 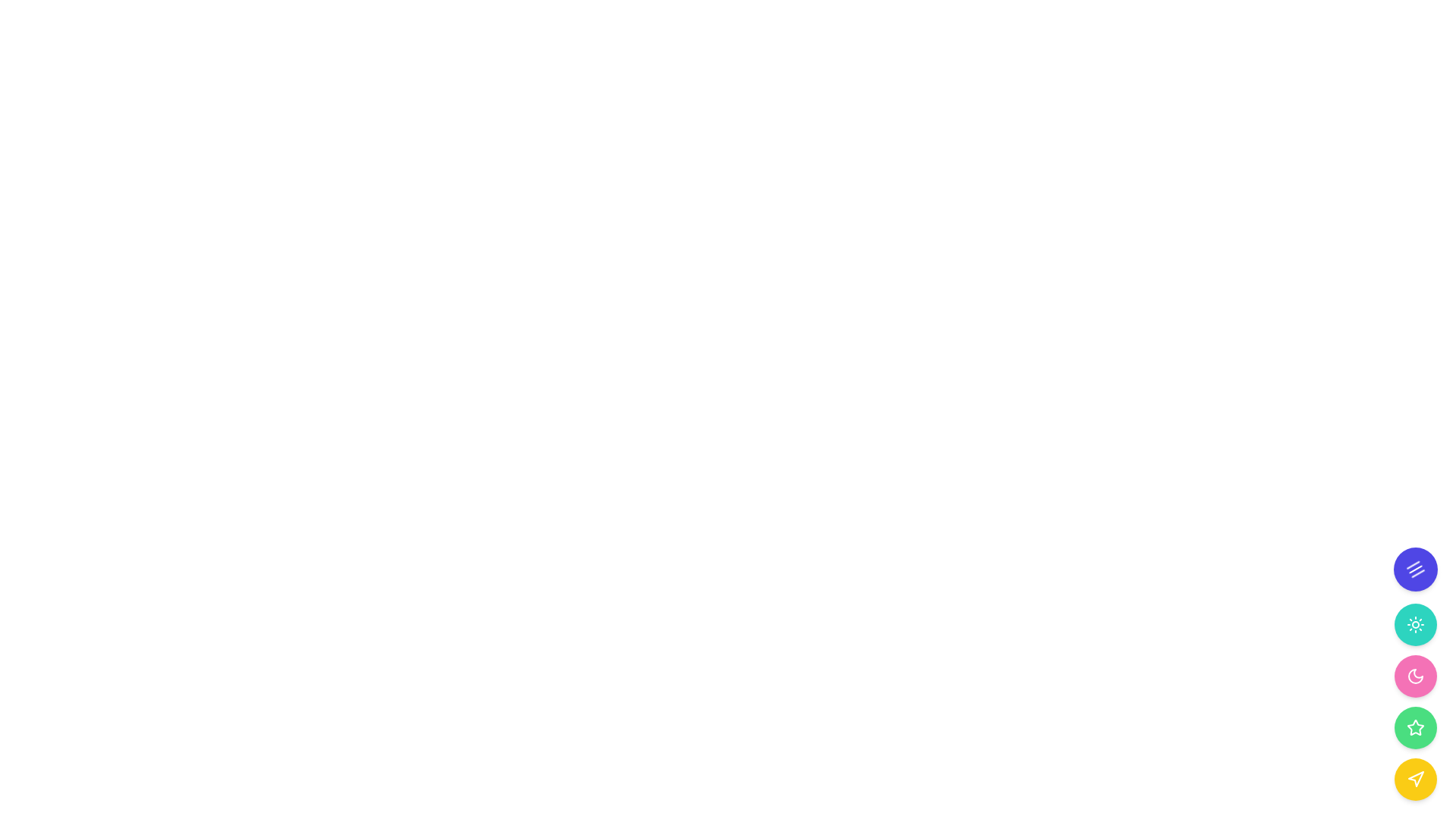 What do you see at coordinates (1417, 573) in the screenshot?
I see `the middle line of the menu icon located at the top-right corner of the interface, which is part of a circular button used for toggling the sidebar or menu panel` at bounding box center [1417, 573].